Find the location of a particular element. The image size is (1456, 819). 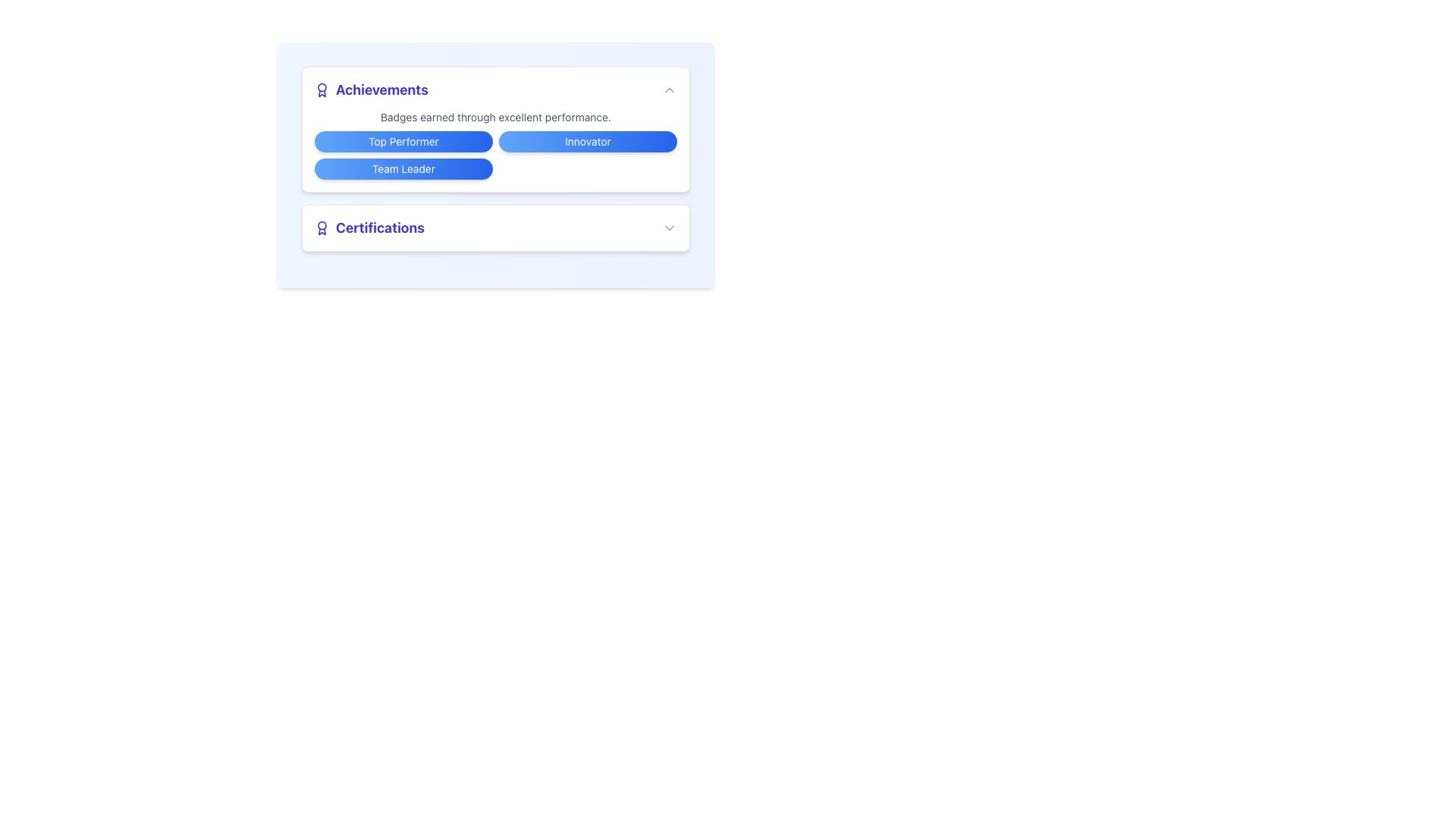

the chevron-shaped upward arrow icon in the top-right corner of the 'Achievements' section header is located at coordinates (669, 90).